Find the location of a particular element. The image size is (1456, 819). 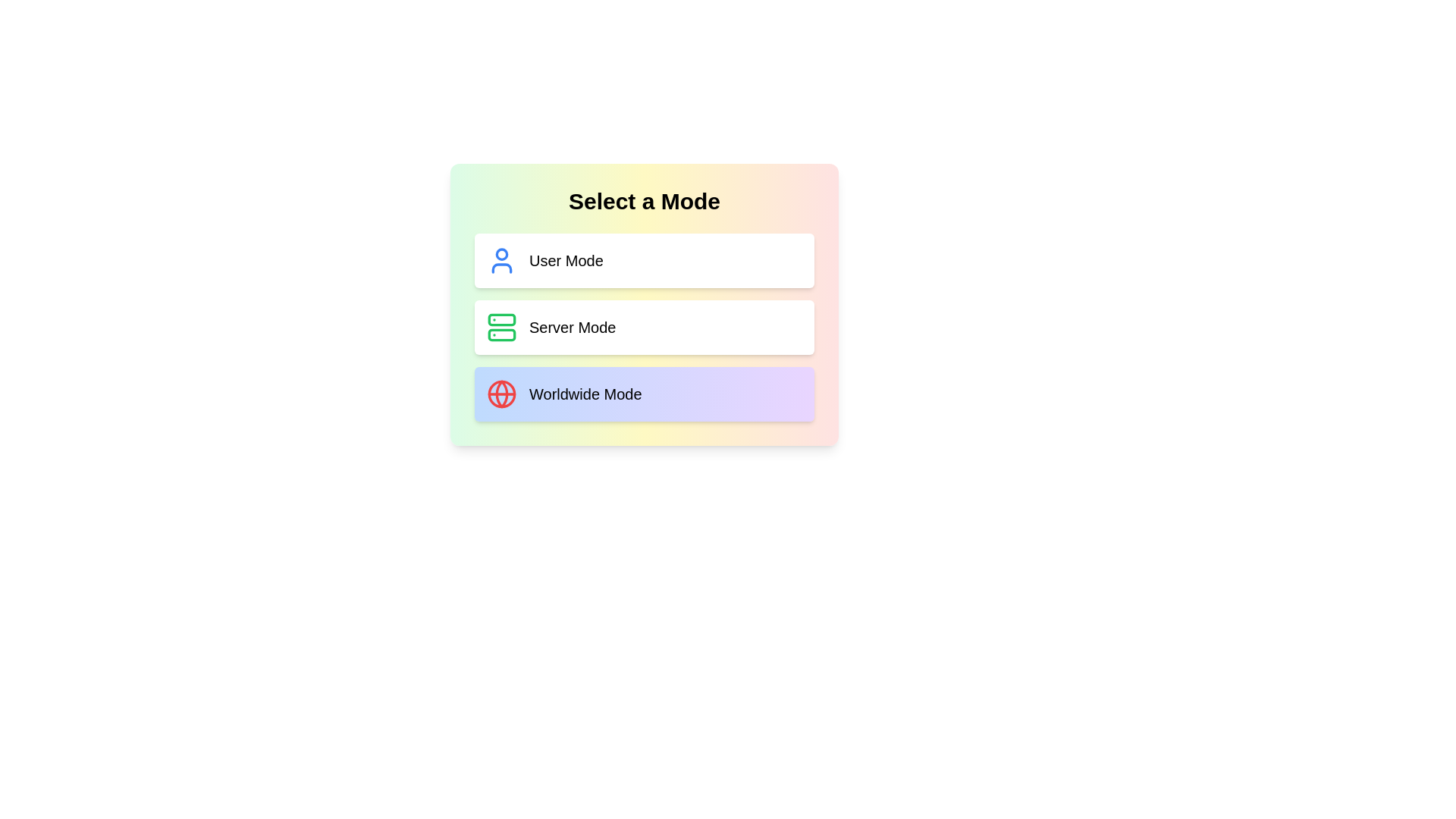

the 'Server Mode' button, which is the second button in a group of three vertically stacked buttons, positioned in the center of a gradient background panel is located at coordinates (644, 304).